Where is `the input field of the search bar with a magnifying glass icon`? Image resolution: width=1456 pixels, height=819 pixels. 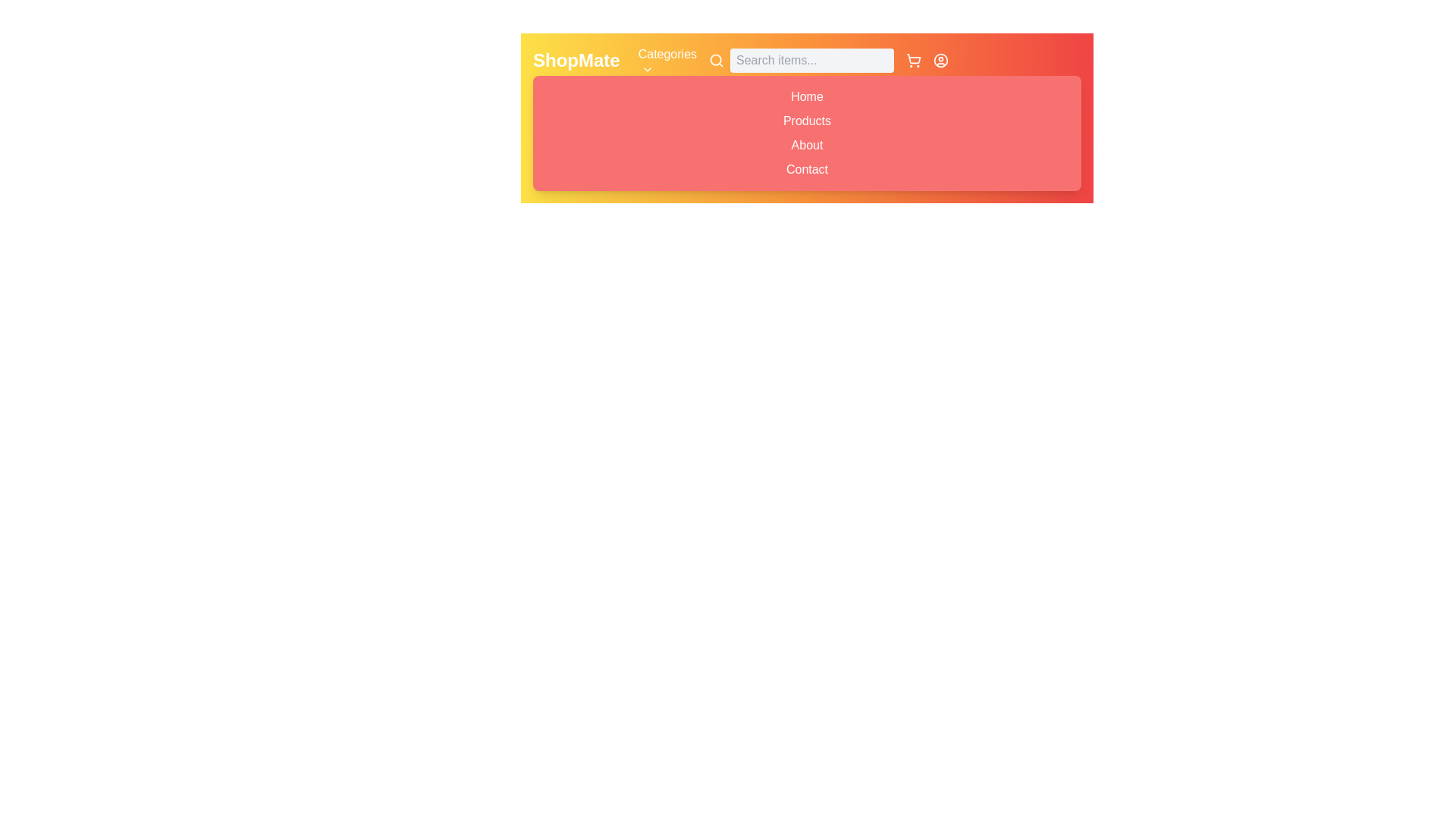
the input field of the search bar with a magnifying glass icon is located at coordinates (800, 60).